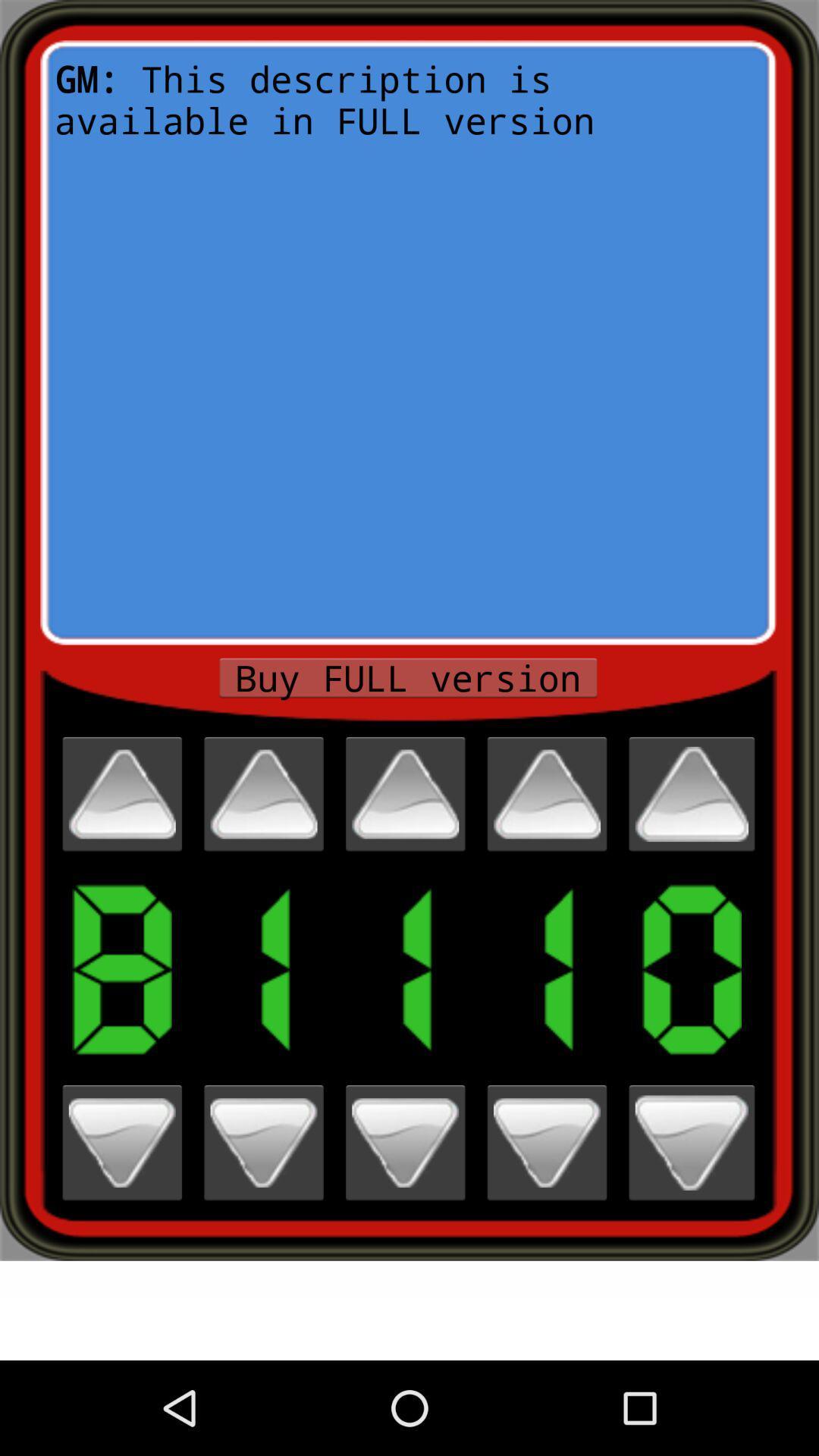 This screenshot has width=819, height=1456. I want to click on next number, so click(692, 1143).